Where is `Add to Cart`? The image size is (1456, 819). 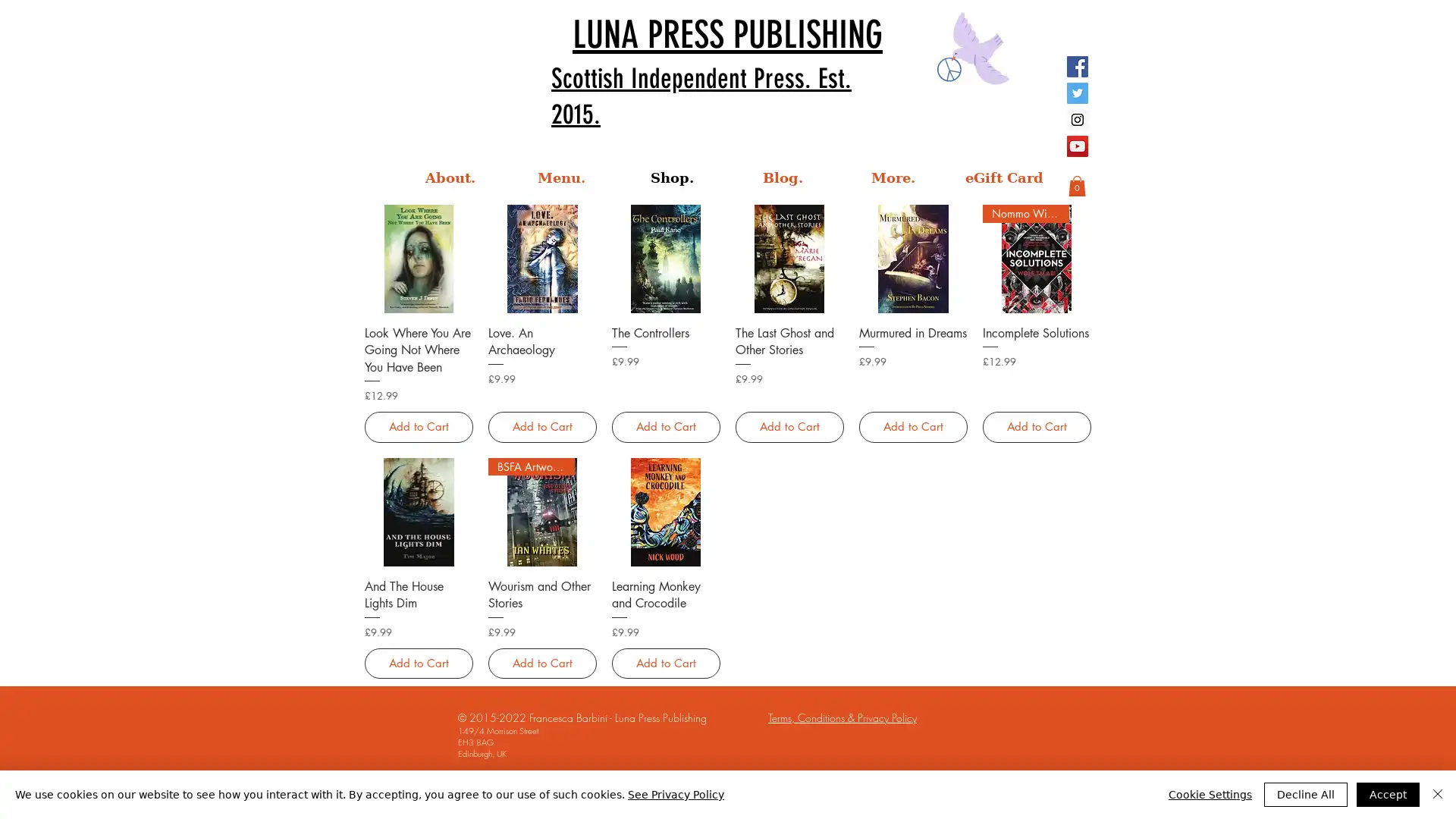 Add to Cart is located at coordinates (1035, 427).